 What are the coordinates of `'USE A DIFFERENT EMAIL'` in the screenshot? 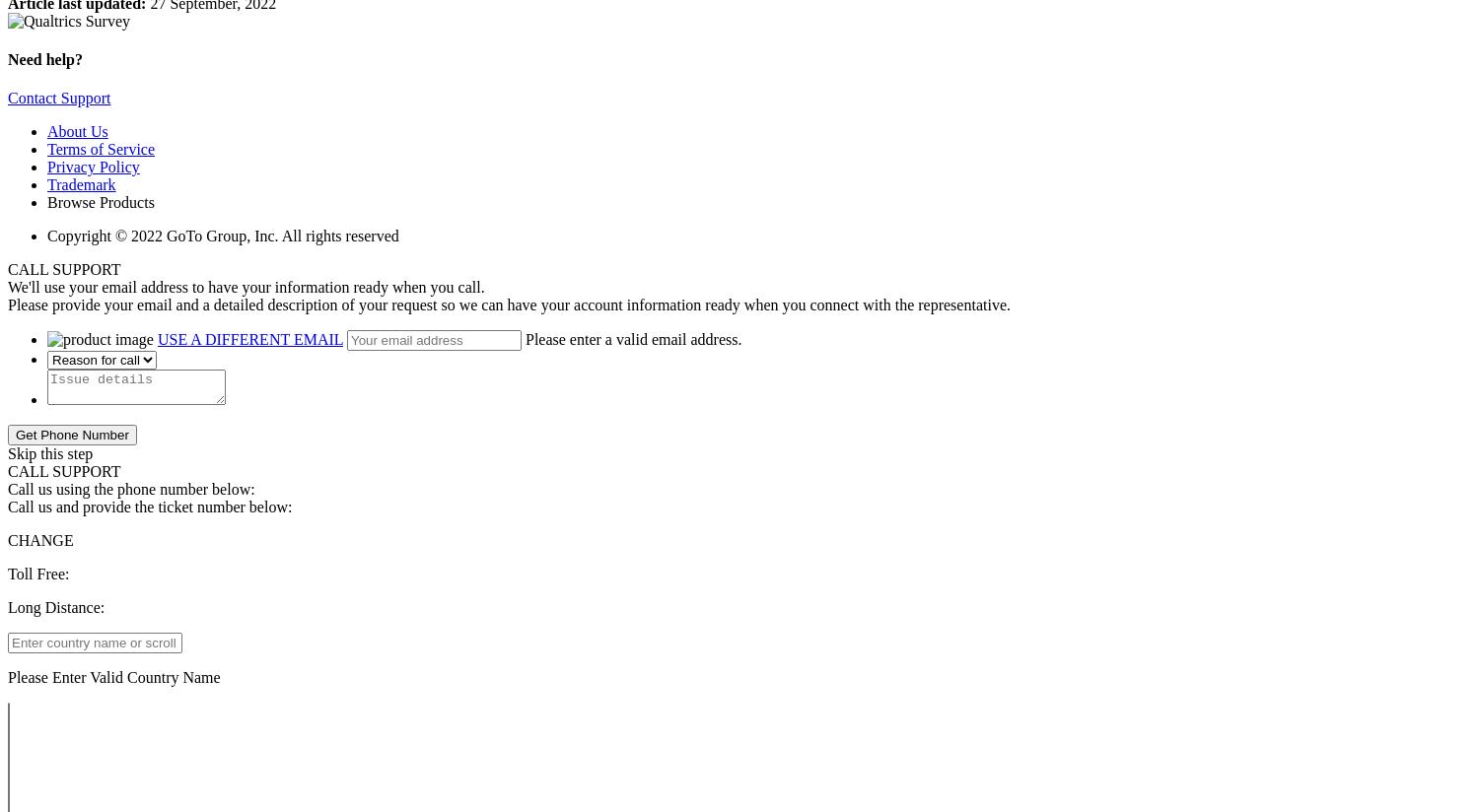 It's located at (249, 338).